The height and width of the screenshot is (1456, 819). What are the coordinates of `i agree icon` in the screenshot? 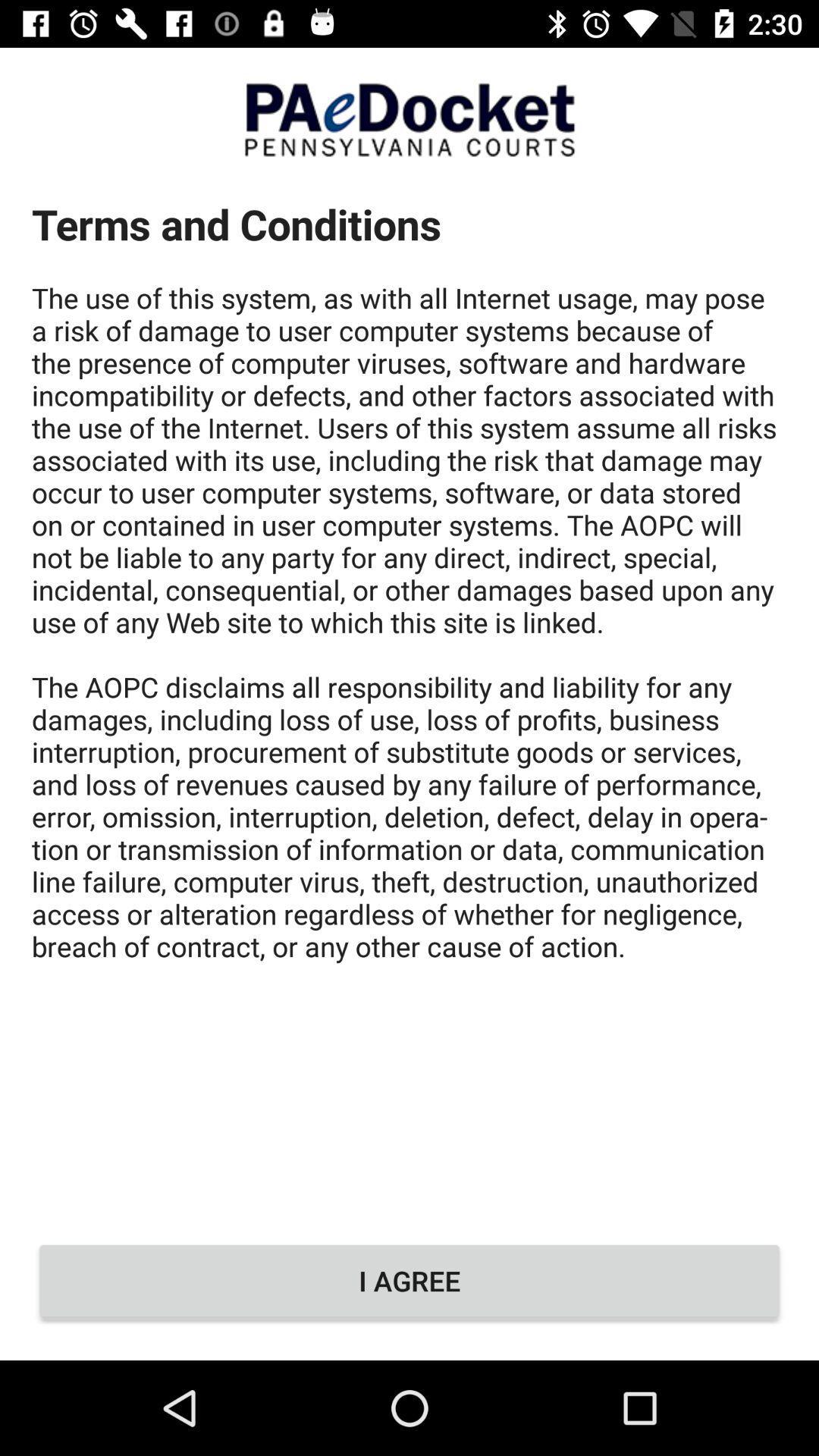 It's located at (409, 1280).